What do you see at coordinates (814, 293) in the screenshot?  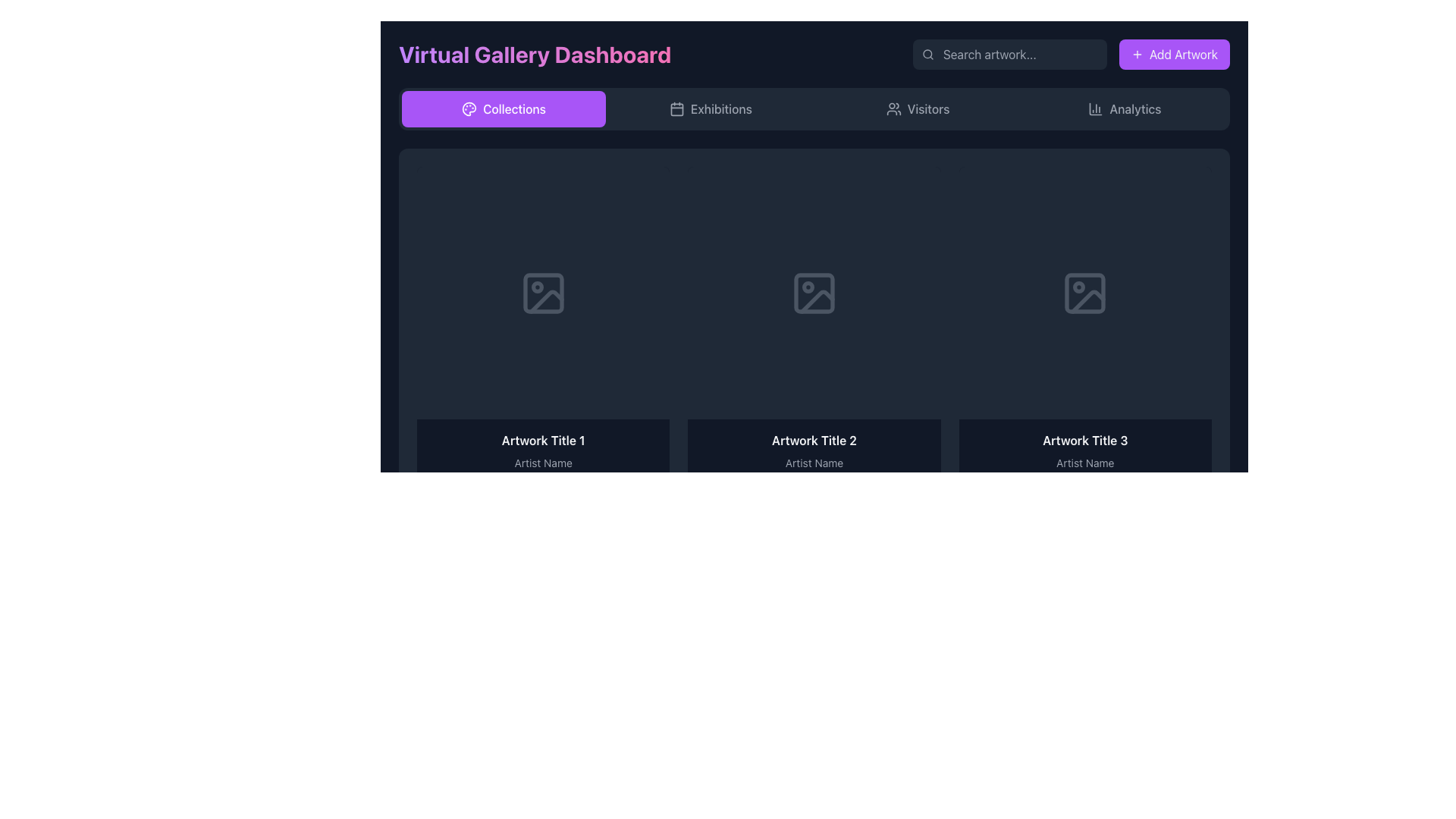 I see `the image placeholder or preview frame located in the middle column of the grid layout within the 'Collections' section, positioned above the text 'Artwork Title 2' and 'Artist Name'` at bounding box center [814, 293].